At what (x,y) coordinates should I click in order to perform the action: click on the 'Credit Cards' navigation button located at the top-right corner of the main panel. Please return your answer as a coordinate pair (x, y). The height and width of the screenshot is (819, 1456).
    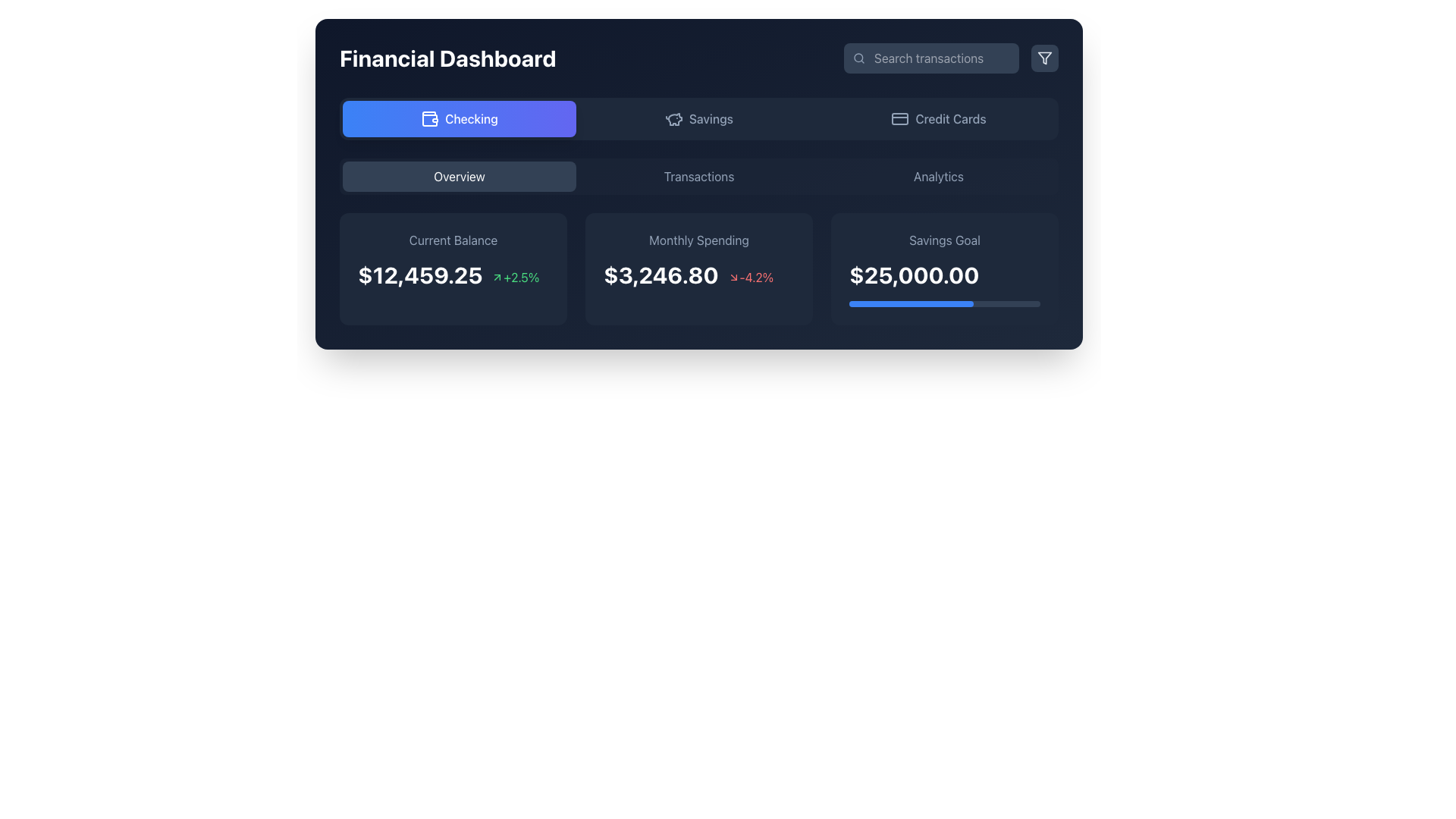
    Looking at the image, I should click on (938, 118).